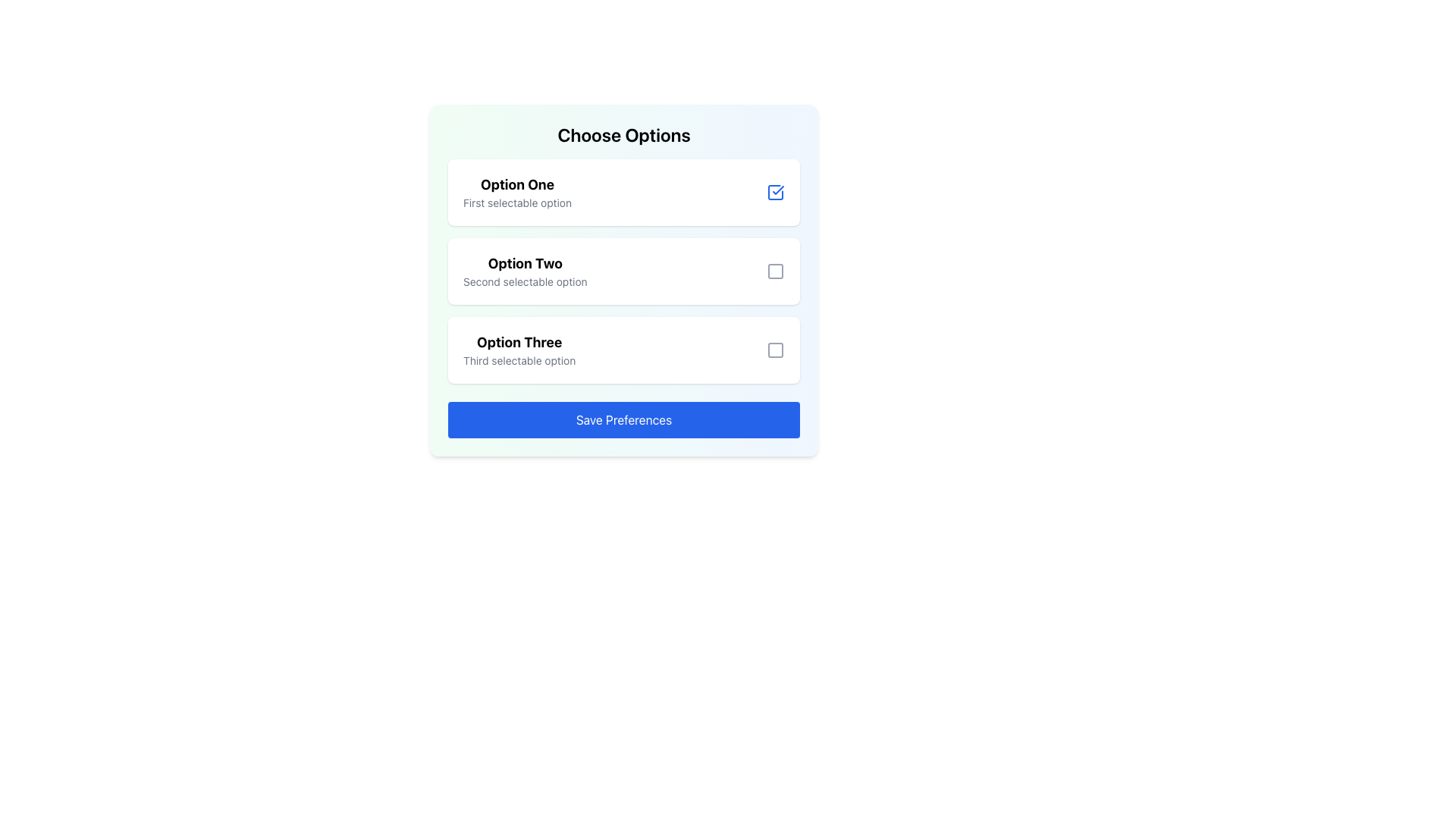 This screenshot has width=1456, height=819. I want to click on the text label 'Option Three', which is bold and part of a selectable option group, positioned below 'Option Two' and above the 'Save Preferences' button, so click(519, 342).